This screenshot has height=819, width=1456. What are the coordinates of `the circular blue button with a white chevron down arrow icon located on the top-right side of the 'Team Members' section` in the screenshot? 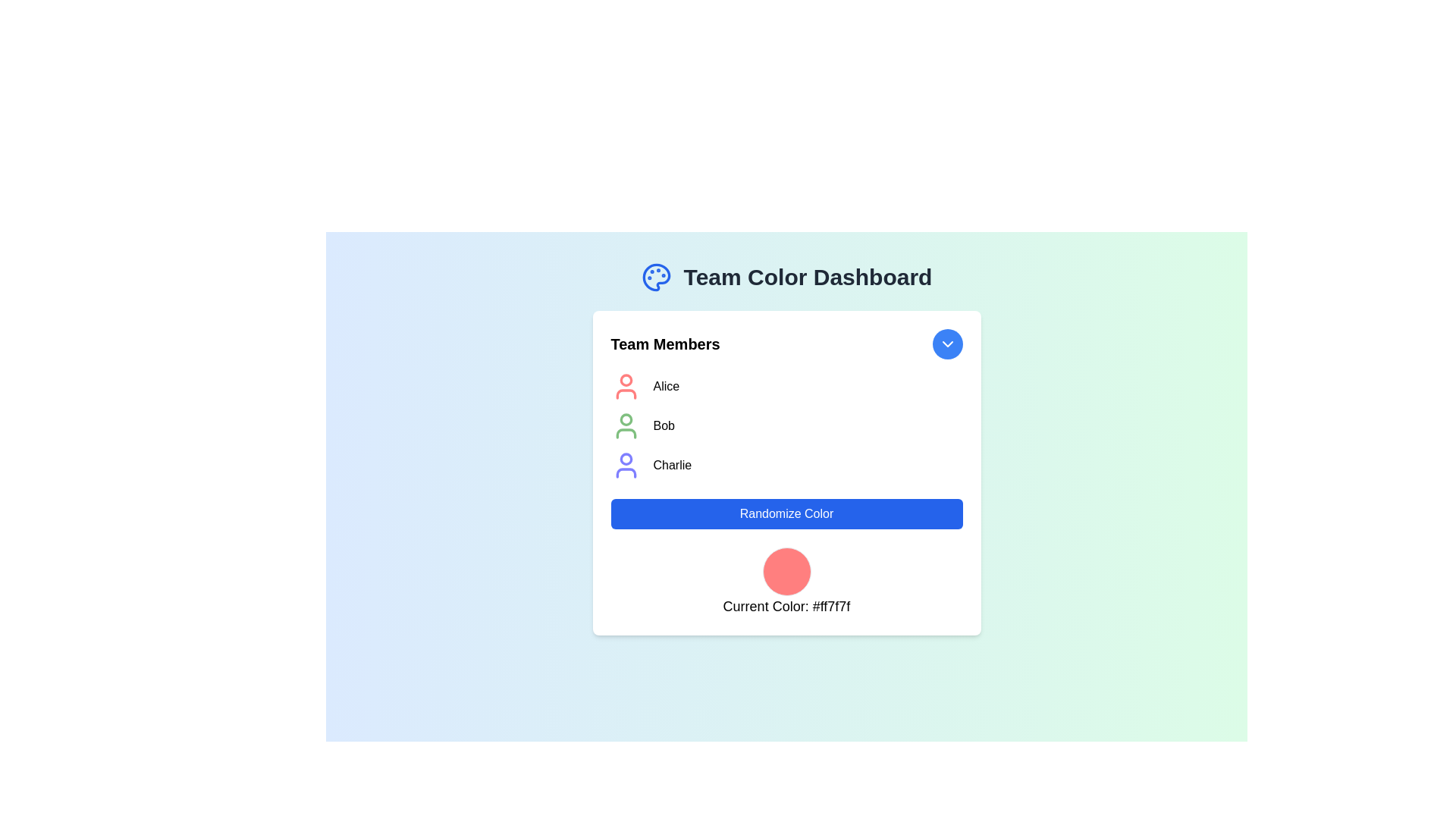 It's located at (946, 344).